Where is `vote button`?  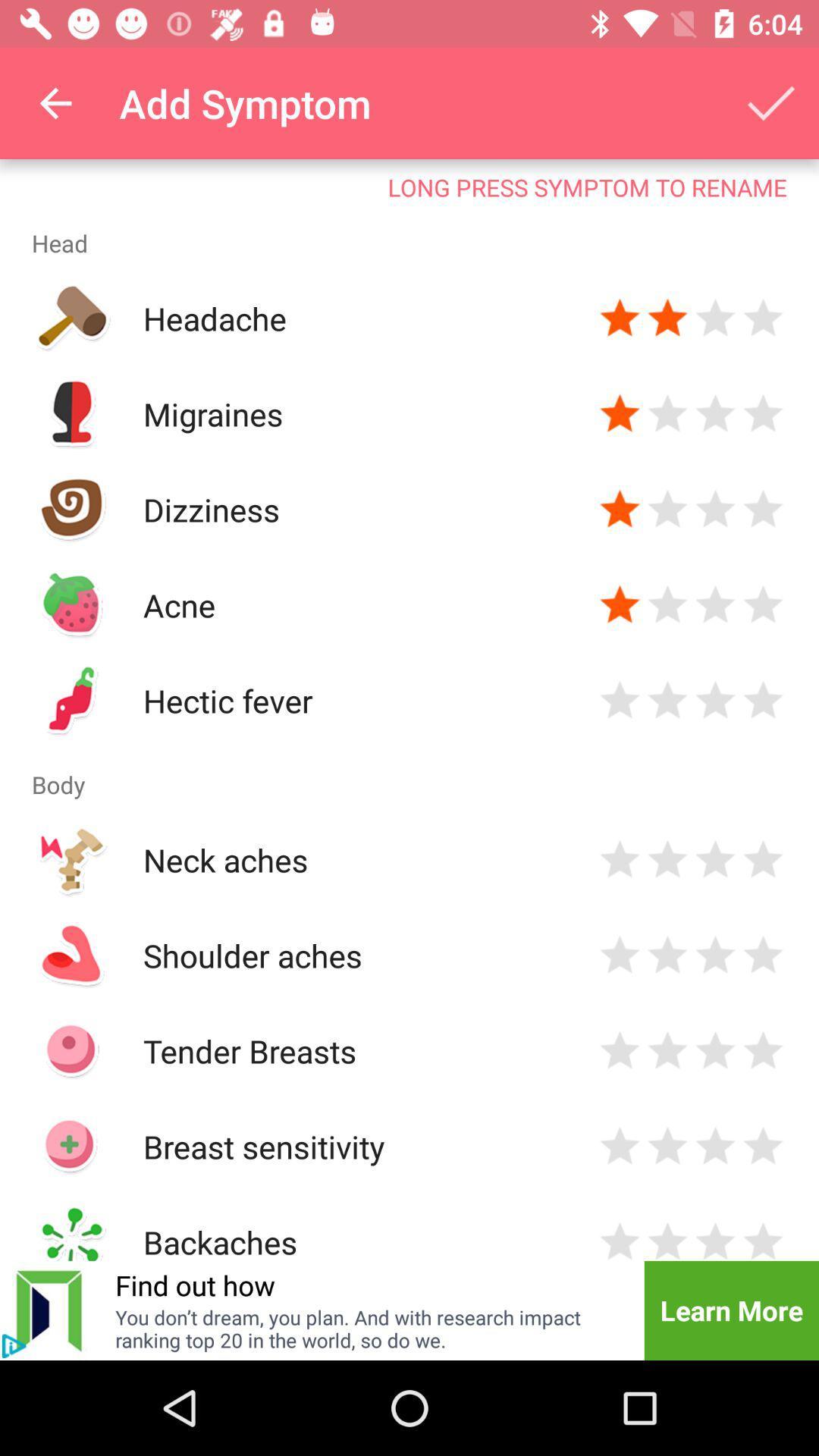
vote button is located at coordinates (620, 1050).